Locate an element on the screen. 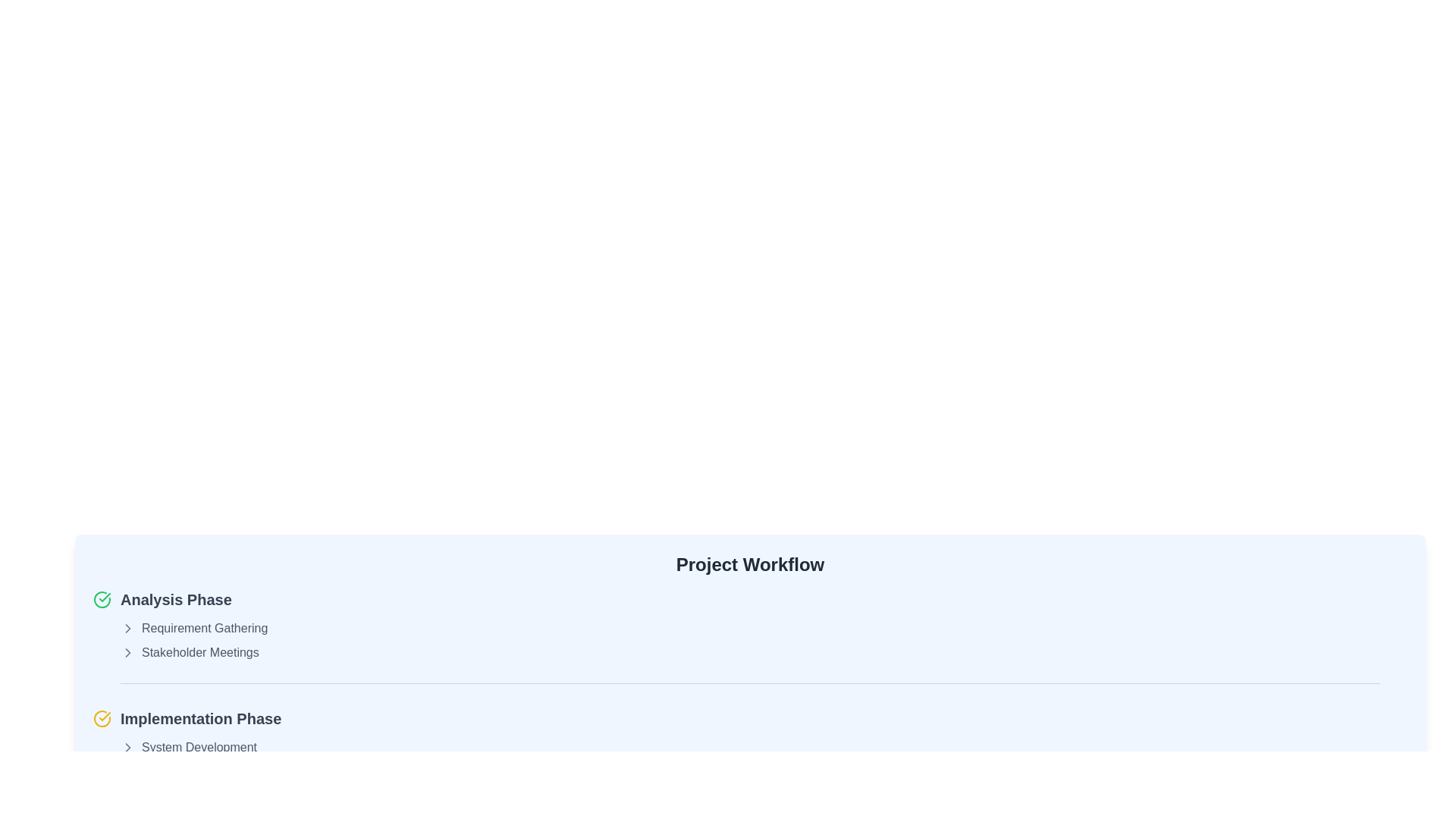  the right-facing chevron icon with a thin stroke and rounded edges, which is is located at coordinates (127, 747).